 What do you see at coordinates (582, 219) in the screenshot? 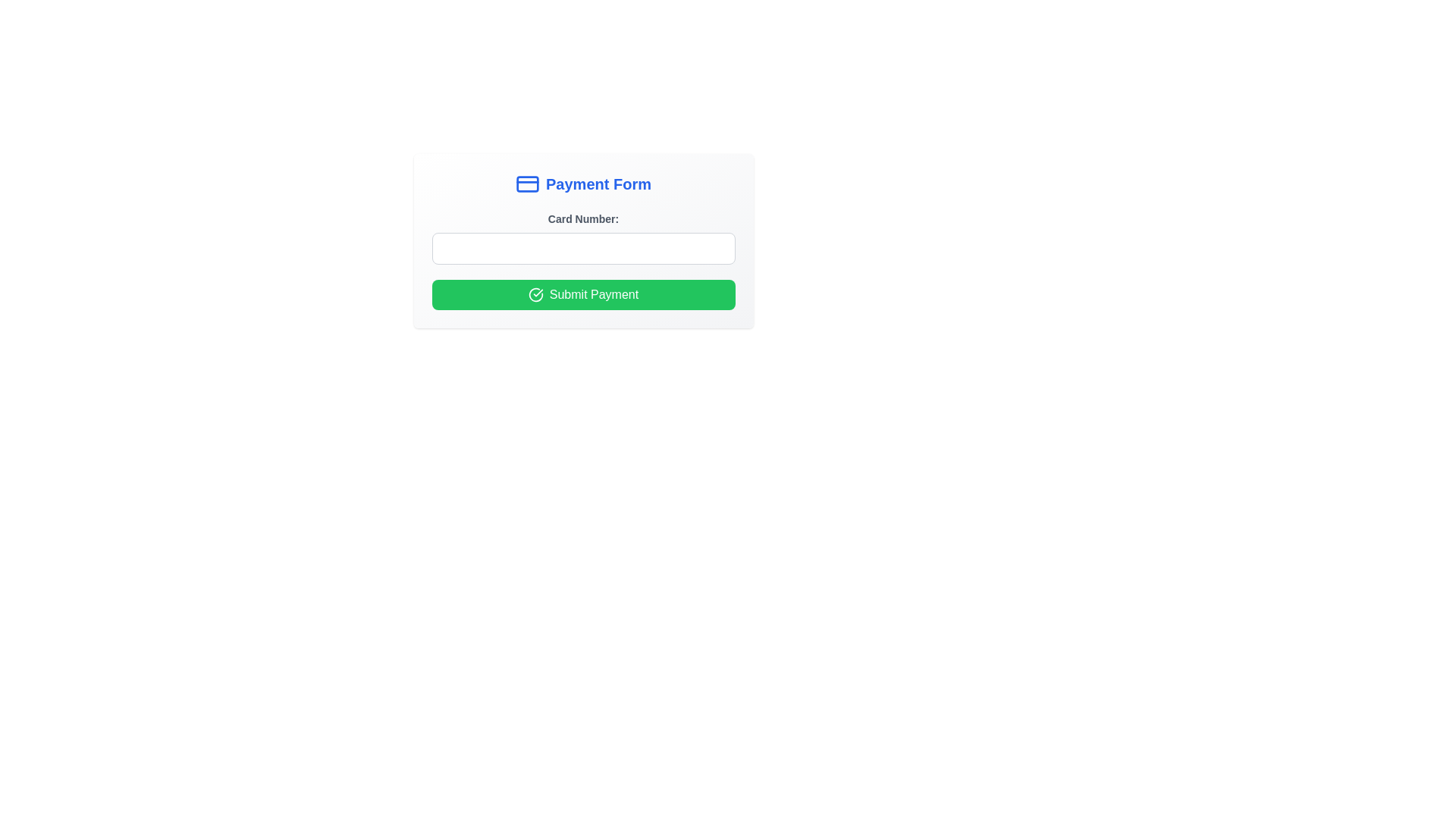
I see `the text label displaying 'Card Number:' in bold gray font, which is located above the text input field` at bounding box center [582, 219].